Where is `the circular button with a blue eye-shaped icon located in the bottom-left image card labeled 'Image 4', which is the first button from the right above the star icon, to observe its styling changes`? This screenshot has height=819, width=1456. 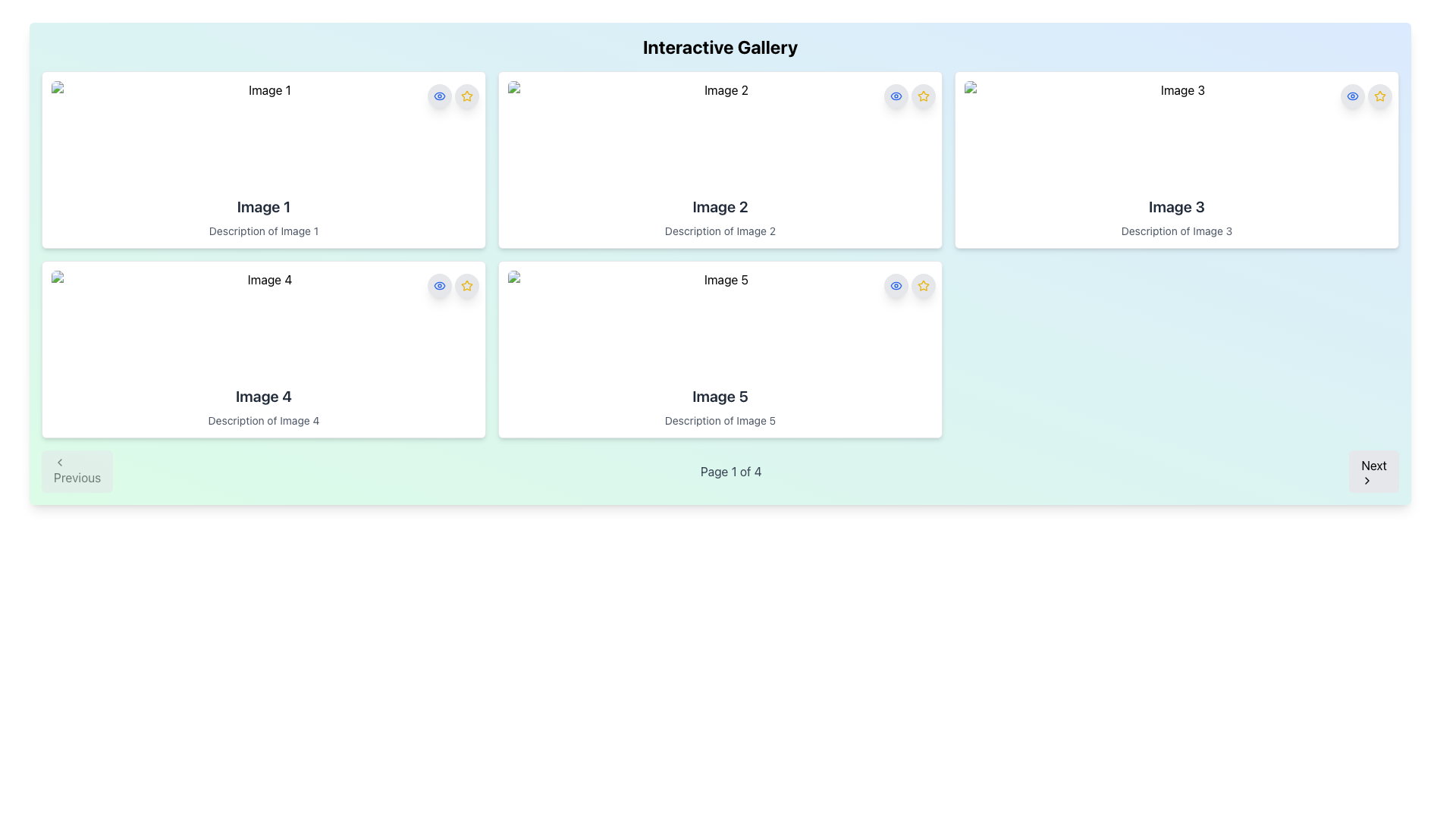
the circular button with a blue eye-shaped icon located in the bottom-left image card labeled 'Image 4', which is the first button from the right above the star icon, to observe its styling changes is located at coordinates (439, 286).